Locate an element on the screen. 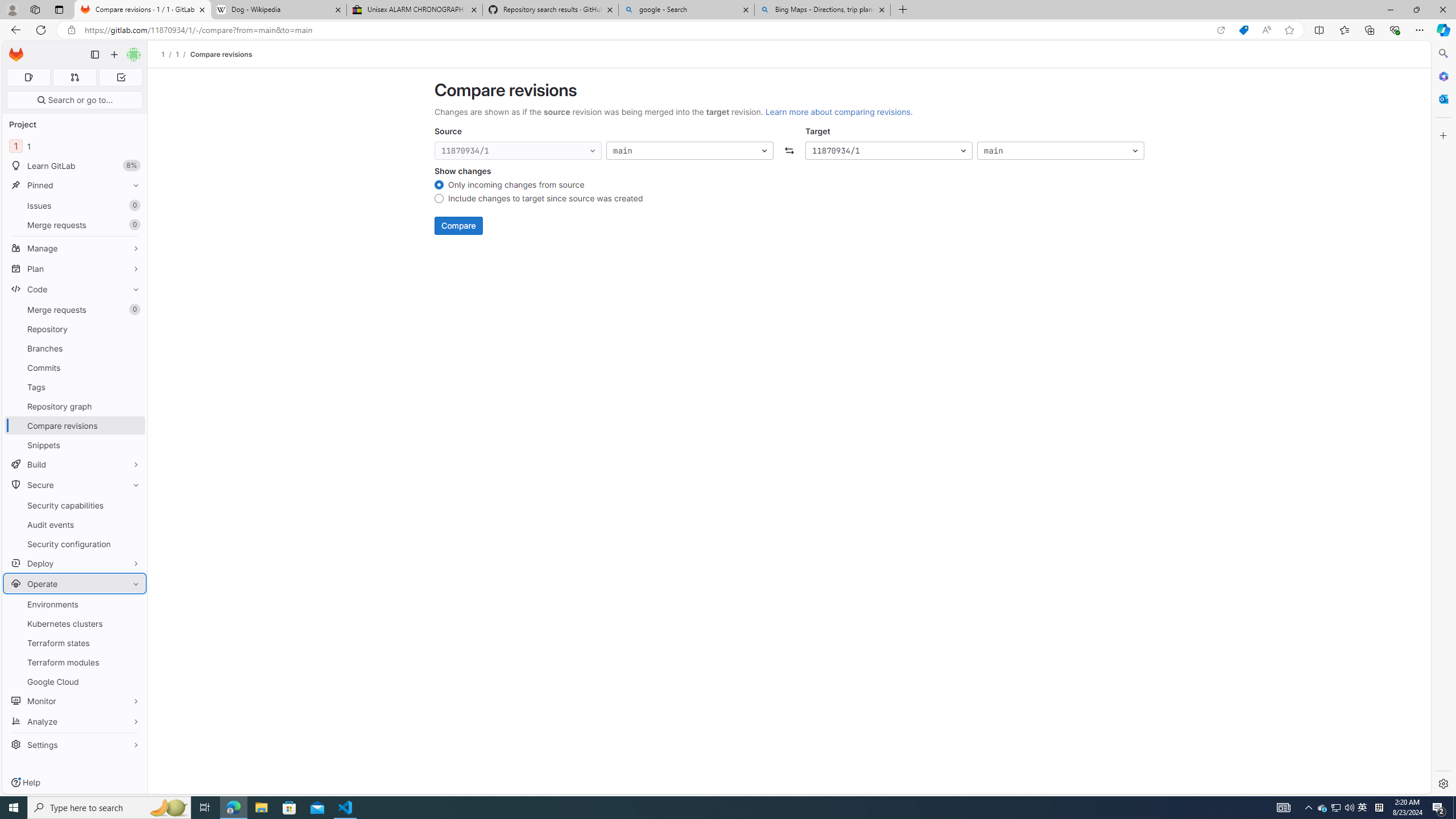  'Merge requests 0' is located at coordinates (74, 309).